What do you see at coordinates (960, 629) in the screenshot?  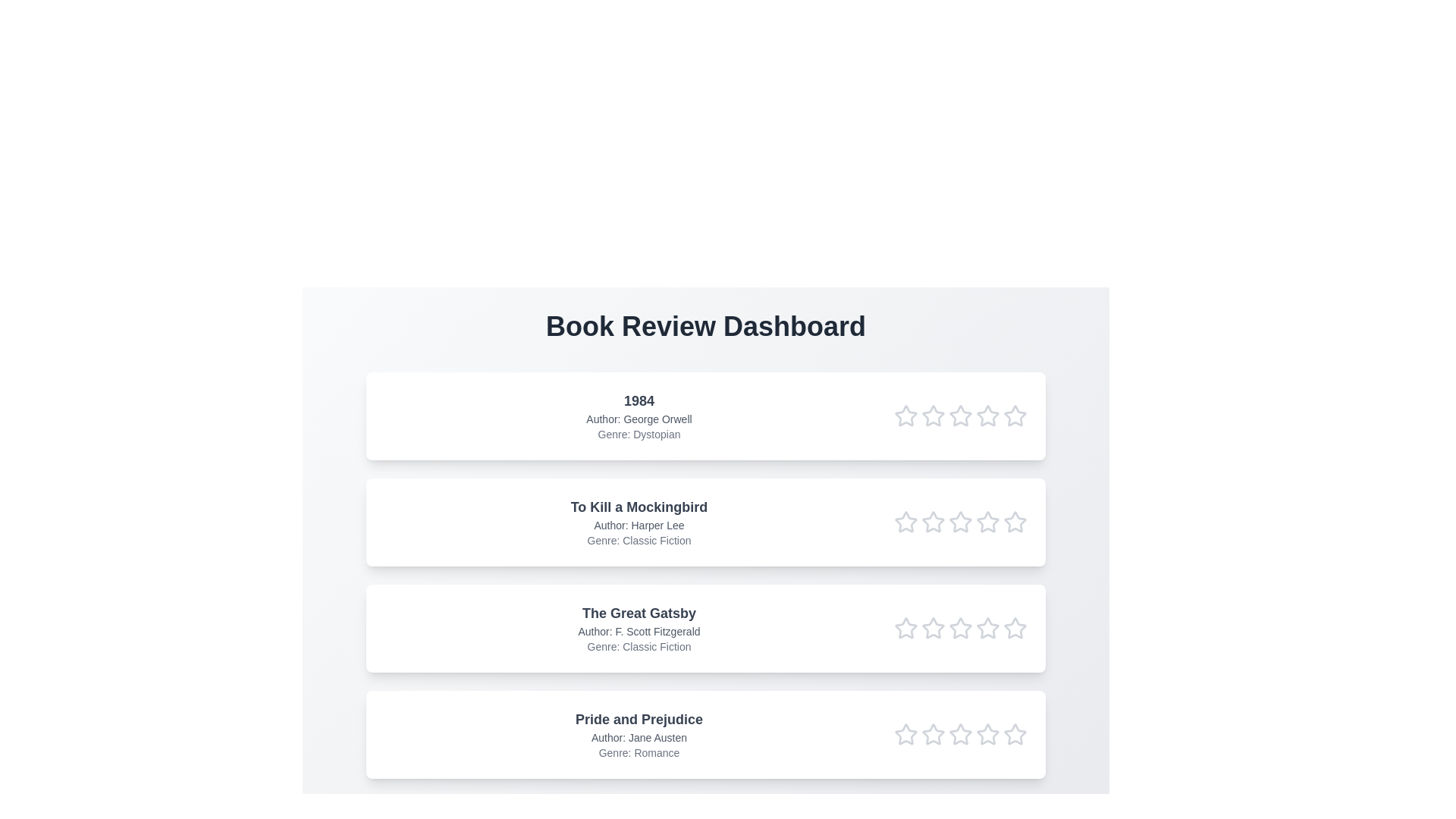 I see `the star corresponding to 3 in the rating row of the book titled The Great Gatsby` at bounding box center [960, 629].